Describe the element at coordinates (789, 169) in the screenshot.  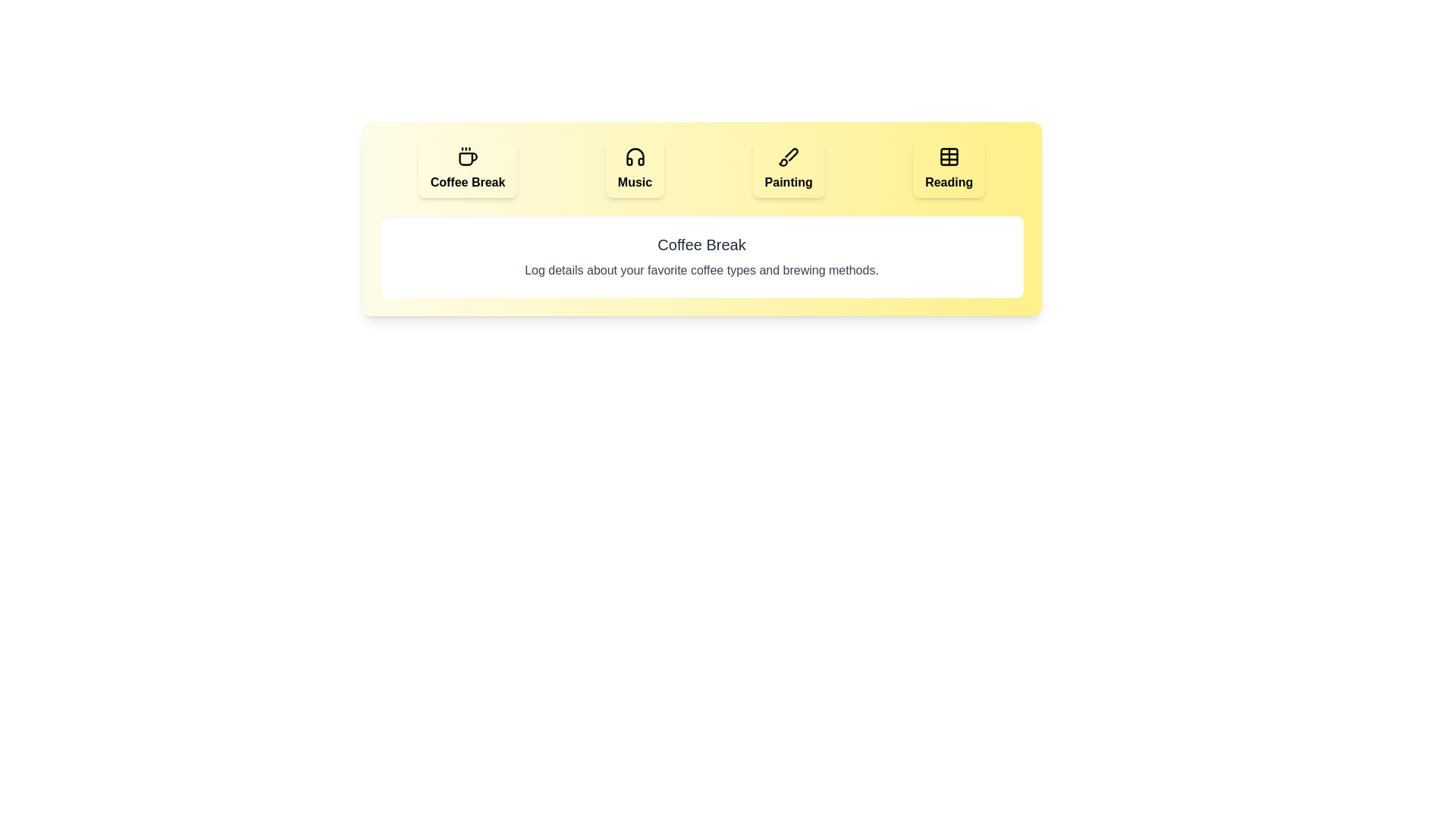
I see `to select the 'Painting' tab, which is the third tab in a group of four, featuring a paintbrush icon and bold text on a light yellow background` at that location.